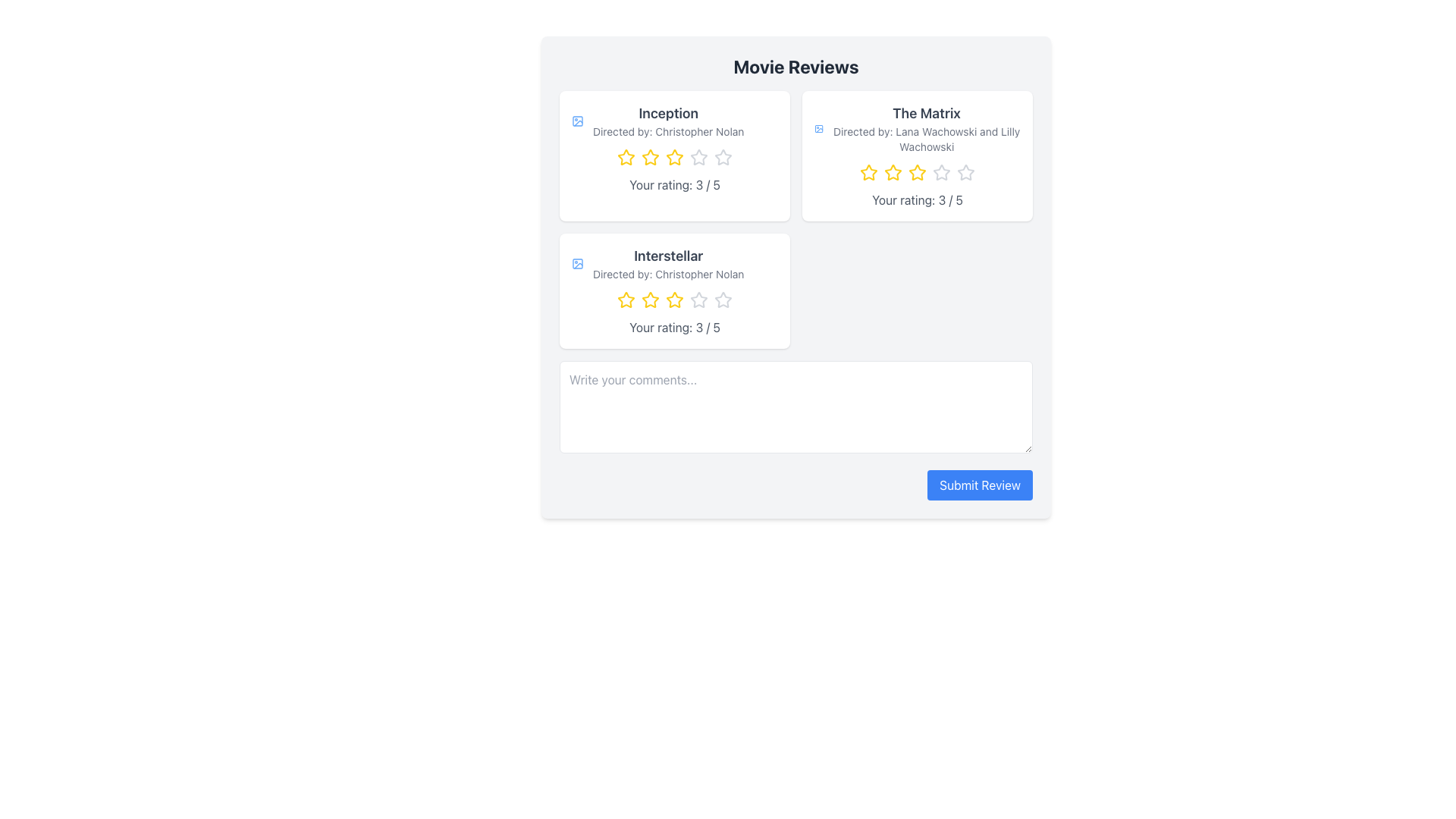 The height and width of the screenshot is (819, 1456). What do you see at coordinates (667, 256) in the screenshot?
I see `the text label displaying 'Interstellar' in a large, bold font, located in the left column of the movie review card under 'Inception'` at bounding box center [667, 256].